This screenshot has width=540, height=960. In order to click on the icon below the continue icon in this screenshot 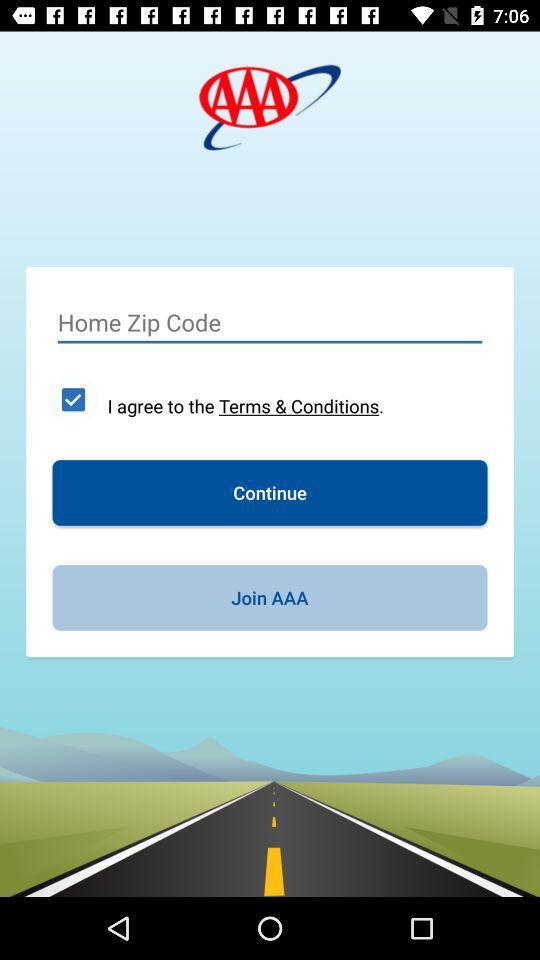, I will do `click(270, 597)`.